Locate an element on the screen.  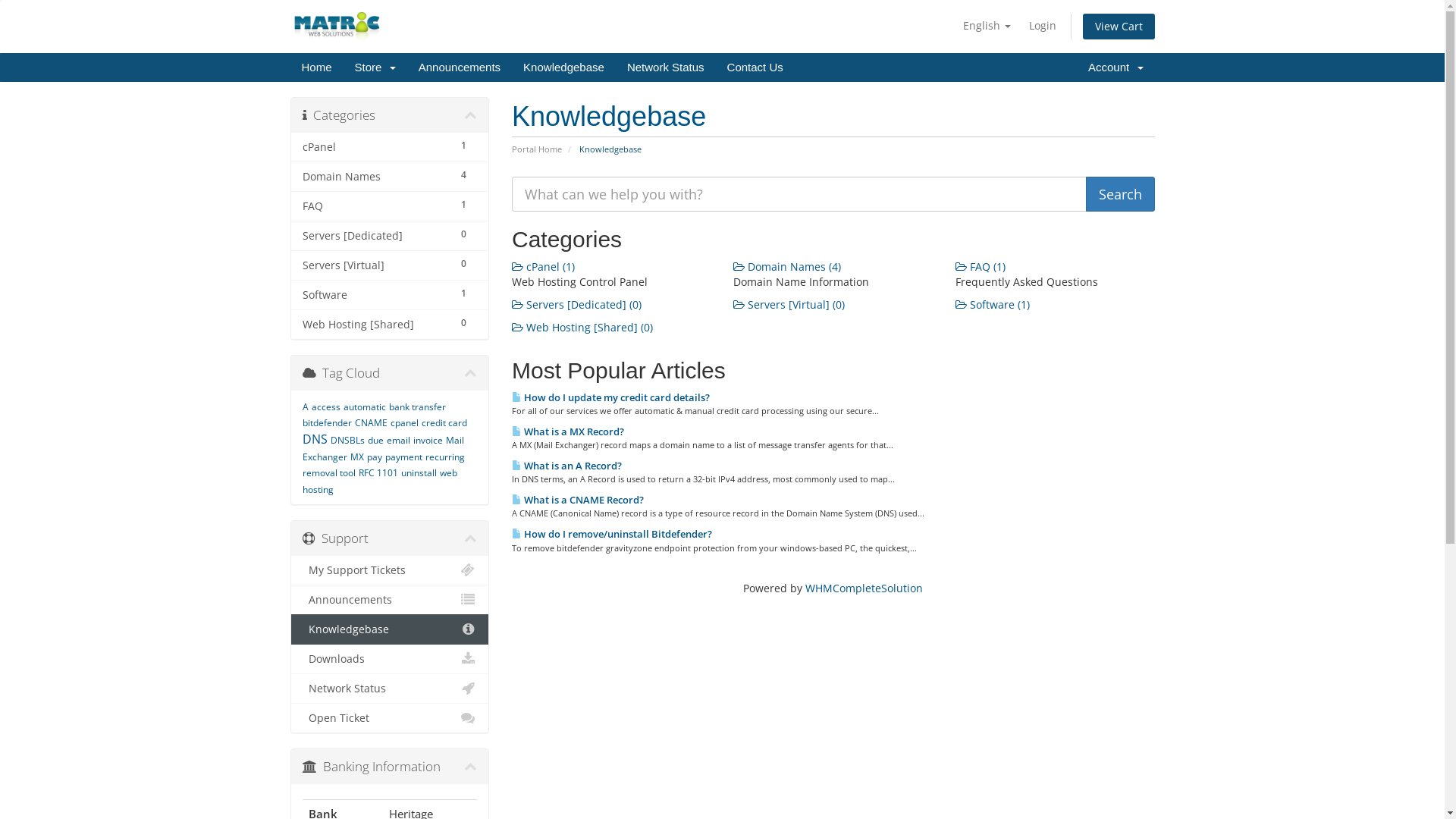
'  Downloads' is located at coordinates (390, 657).